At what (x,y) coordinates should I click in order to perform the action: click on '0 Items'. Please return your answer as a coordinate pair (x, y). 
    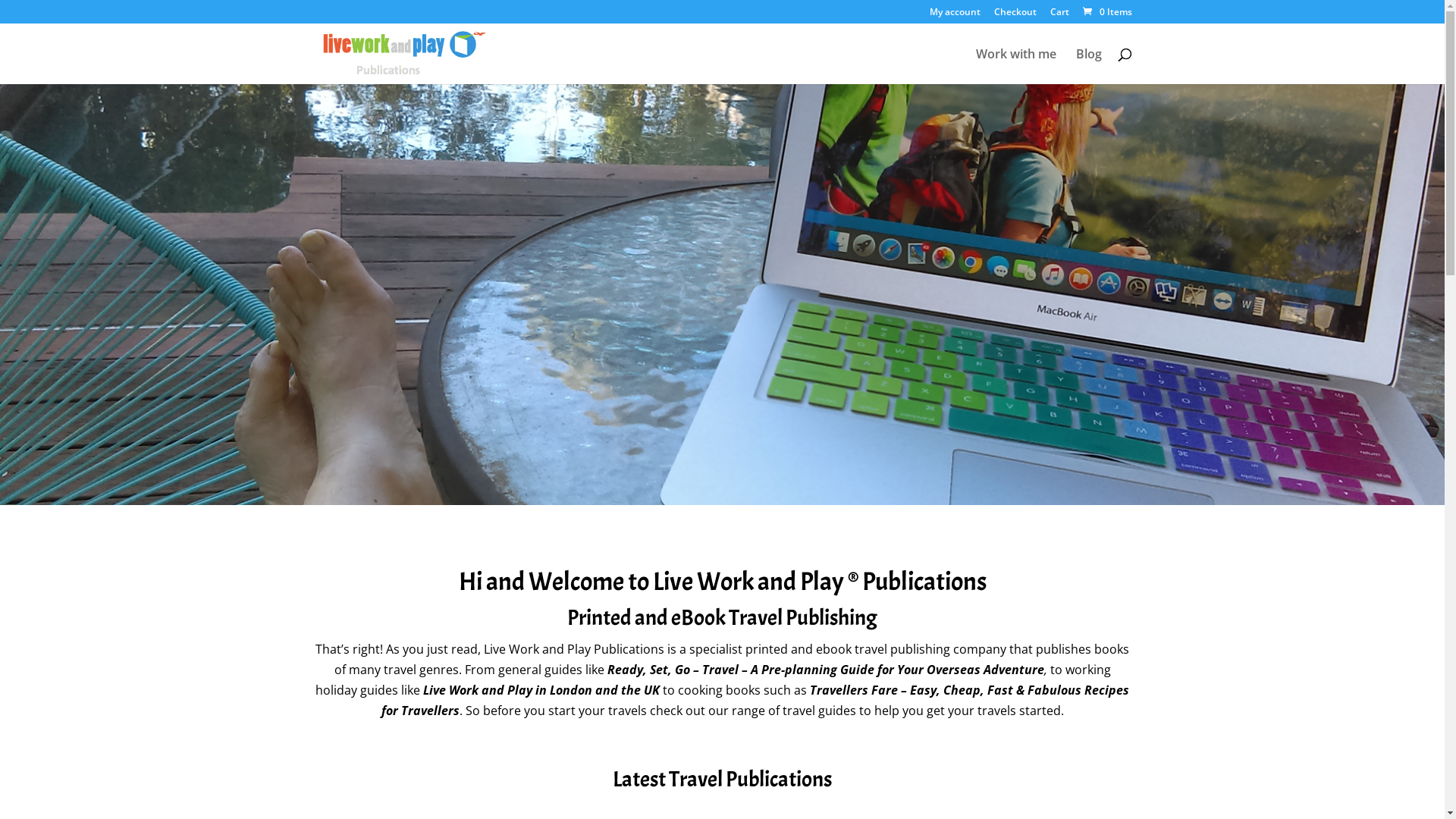
    Looking at the image, I should click on (1106, 11).